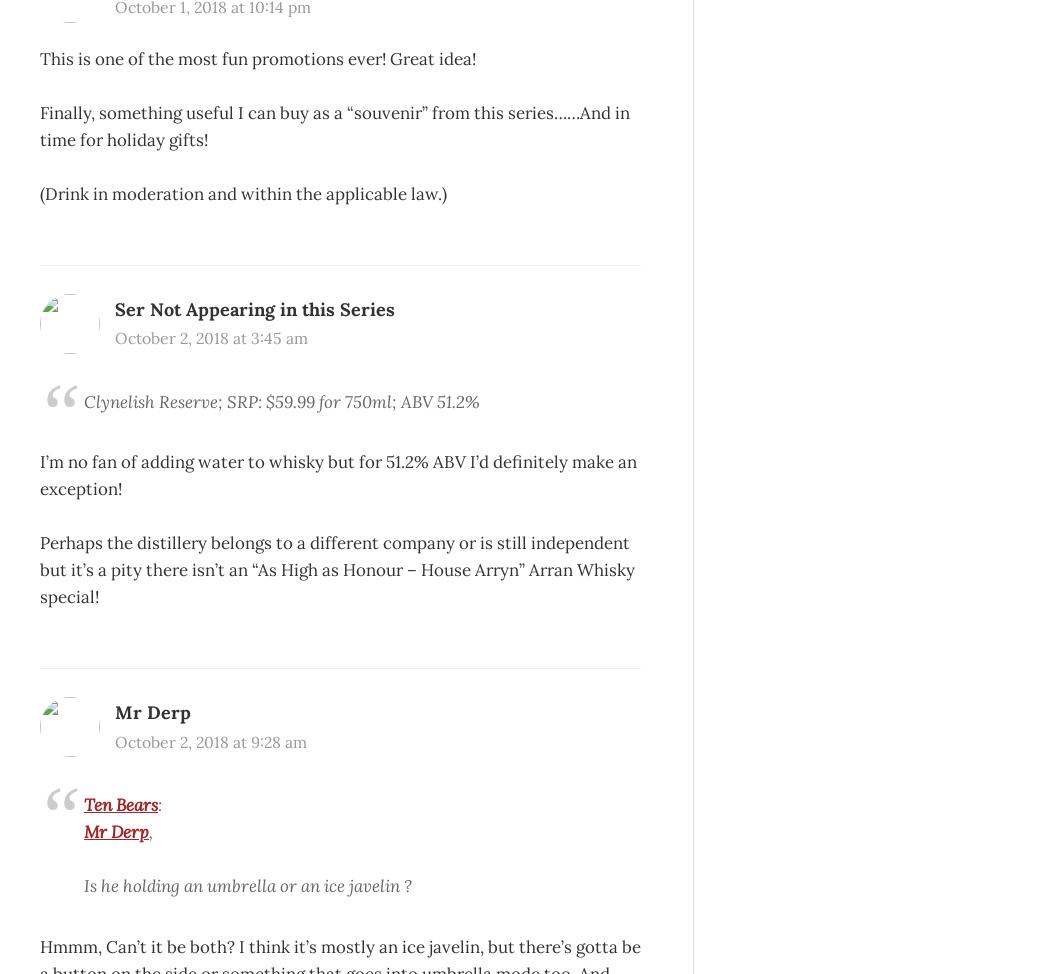 The height and width of the screenshot is (974, 1042). What do you see at coordinates (210, 337) in the screenshot?
I see `'October 2, 2018 at 3:45 am'` at bounding box center [210, 337].